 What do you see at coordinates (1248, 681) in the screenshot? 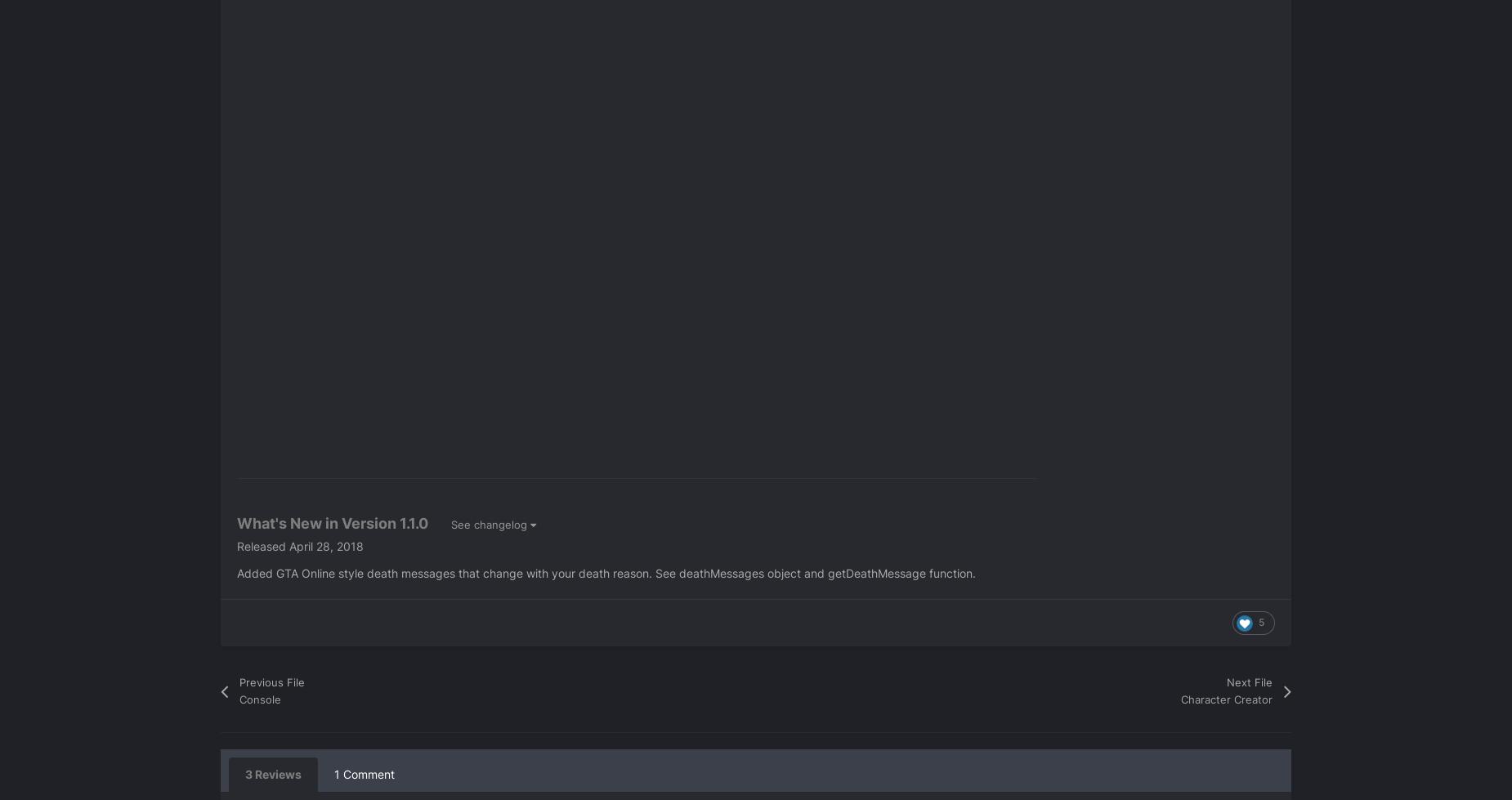
I see `'Next File'` at bounding box center [1248, 681].